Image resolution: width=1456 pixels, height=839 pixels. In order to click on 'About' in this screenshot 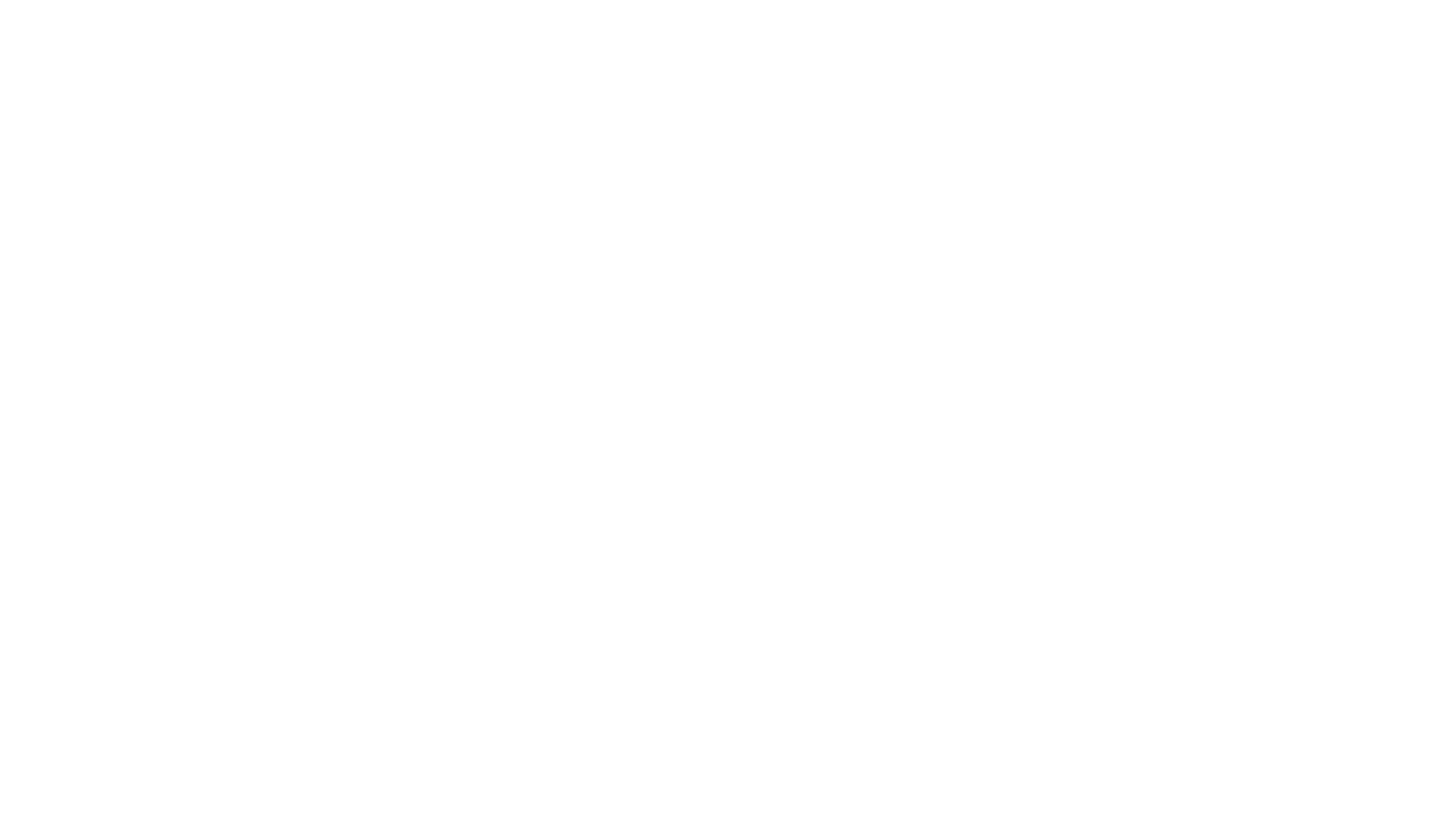, I will do `click(758, 35)`.